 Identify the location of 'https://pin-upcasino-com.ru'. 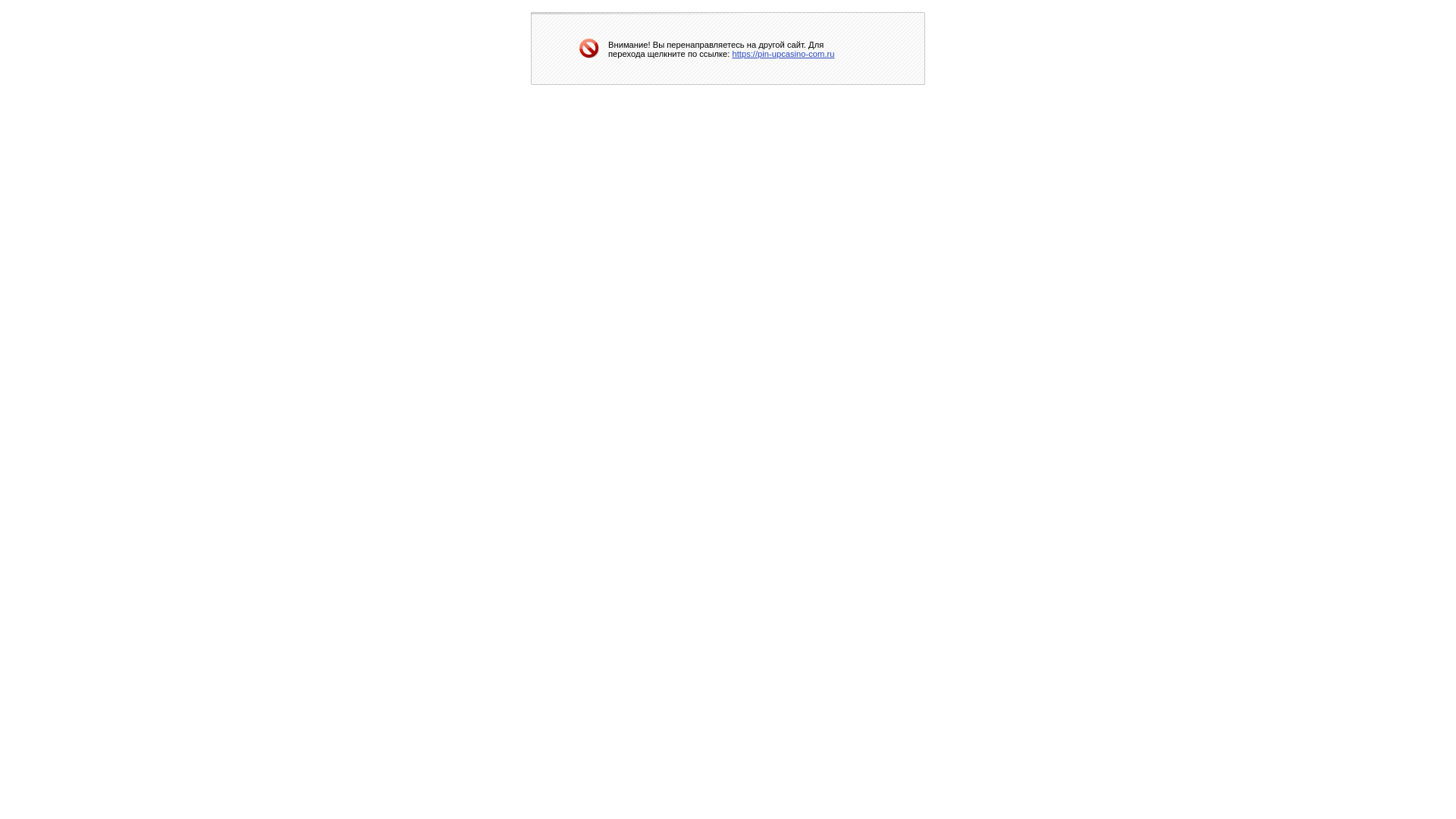
(732, 52).